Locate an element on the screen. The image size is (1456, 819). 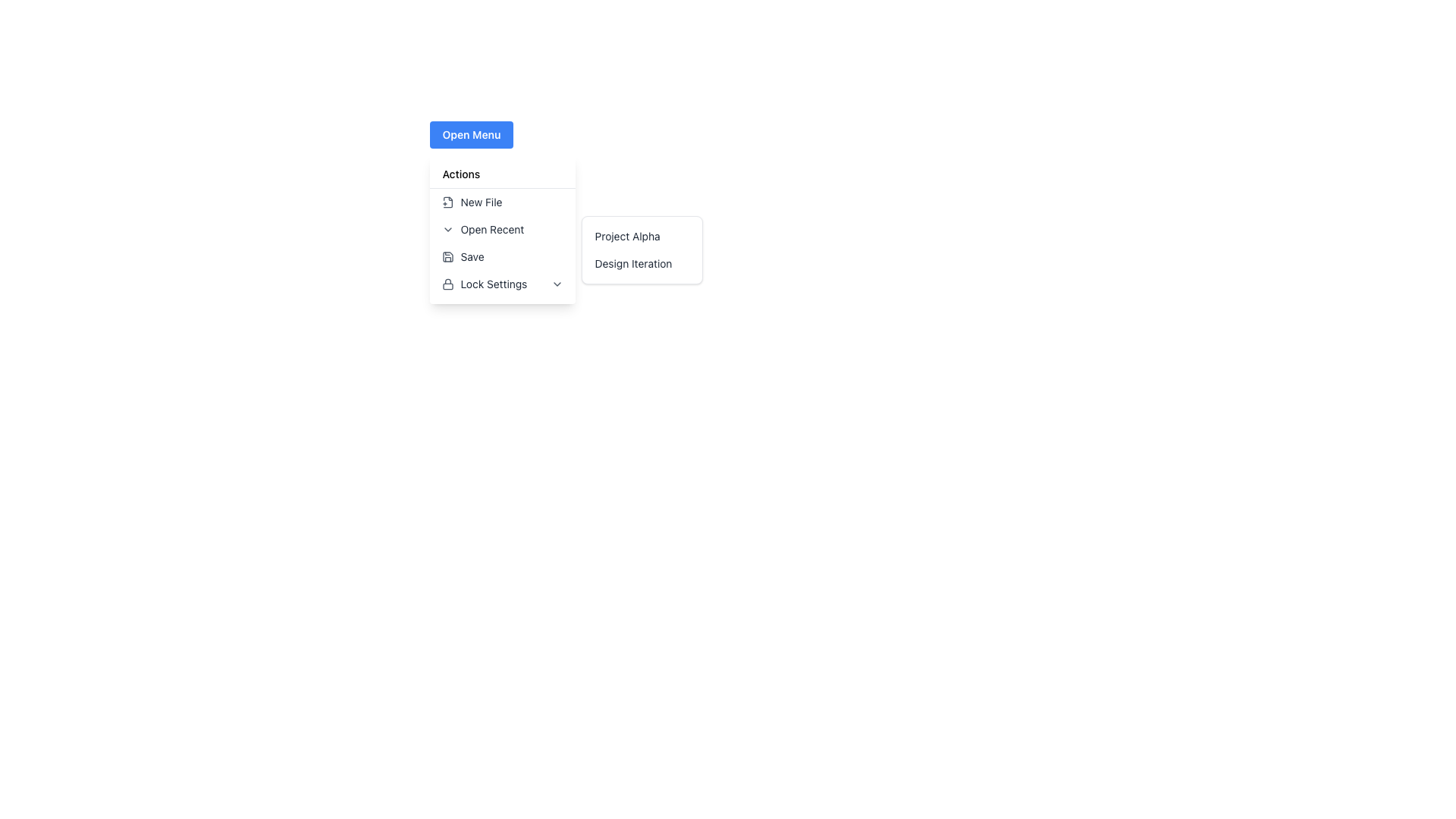
the small gray lock icon located to the left of the 'Lock Settings' text in the dropdown menu under the 'Actions' header is located at coordinates (447, 284).